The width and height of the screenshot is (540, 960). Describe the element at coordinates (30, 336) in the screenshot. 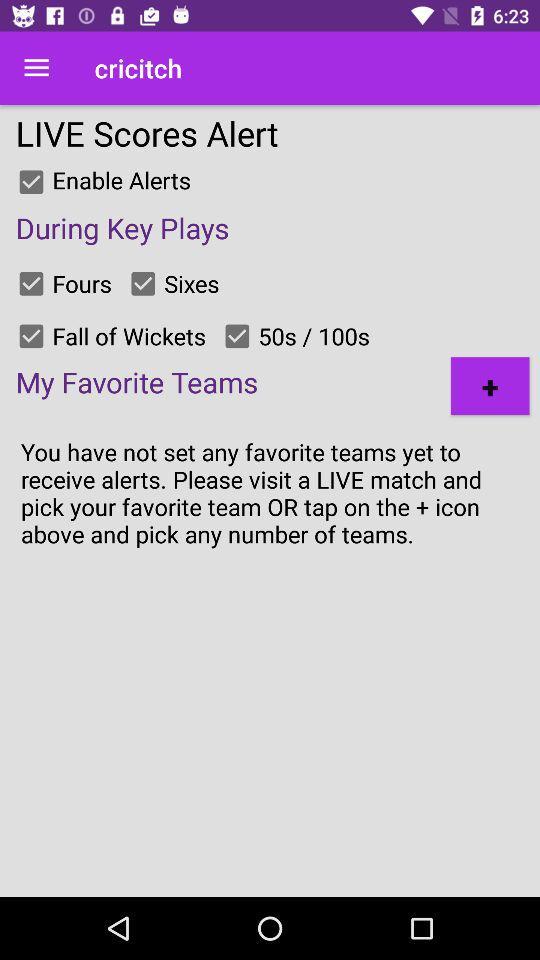

I see `the icon next to the fall of wickets` at that location.